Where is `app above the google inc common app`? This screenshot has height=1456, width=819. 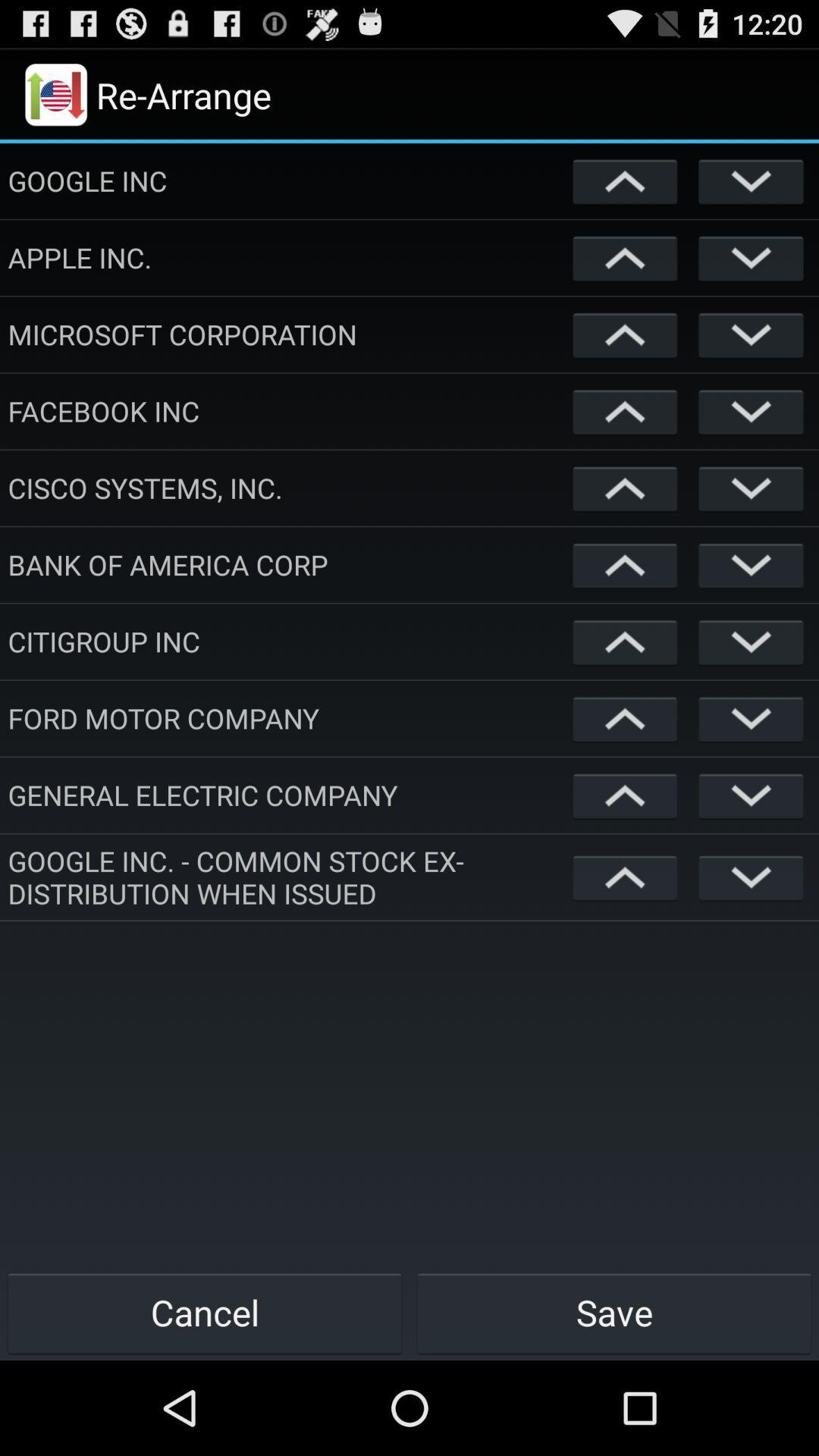
app above the google inc common app is located at coordinates (287, 794).